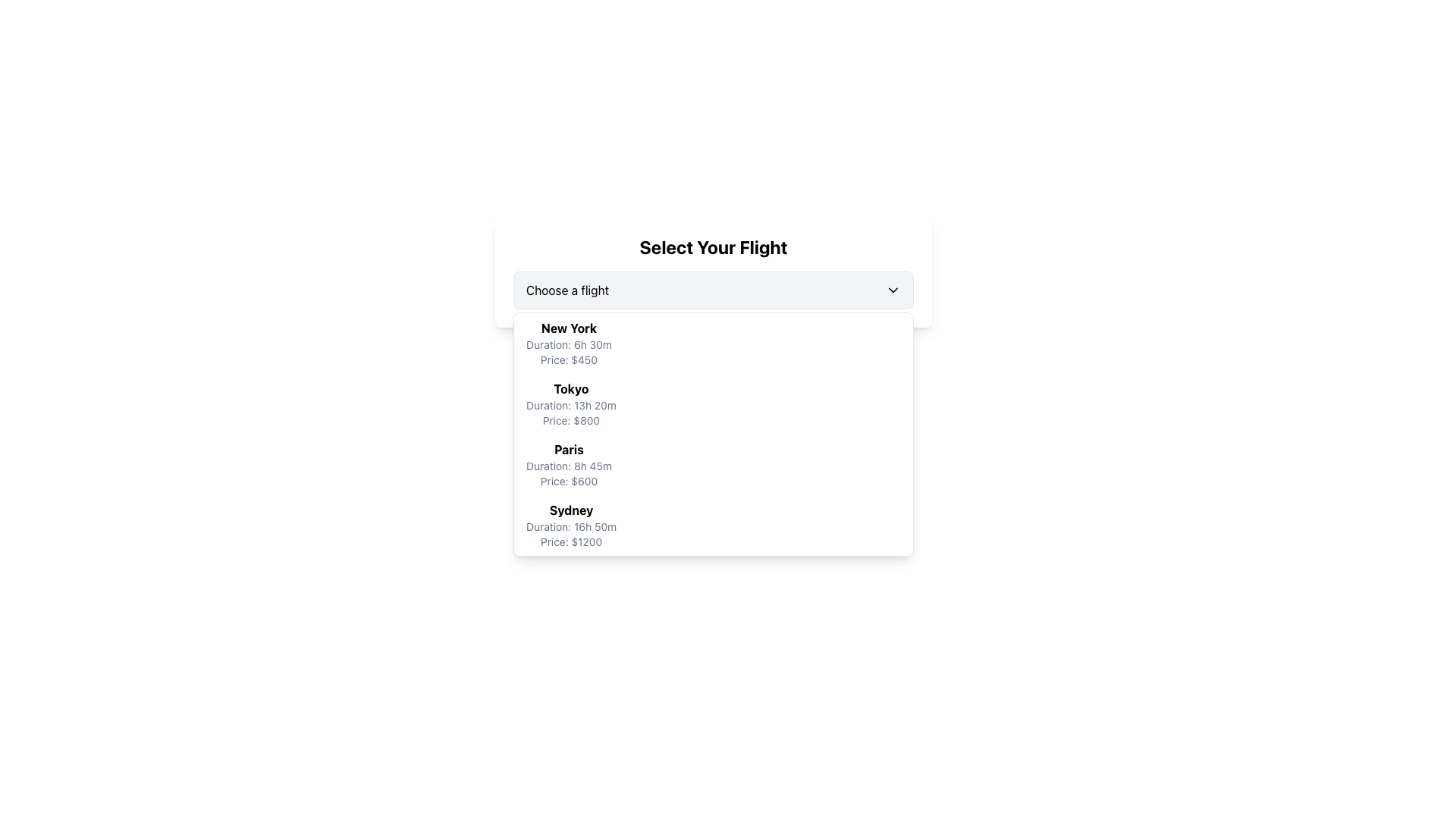 The width and height of the screenshot is (1456, 819). I want to click on the 'Tokyo' text label, which is the second option in the dropdown list of flight destinations, positioned between 'New York' and 'Paris', so click(570, 388).